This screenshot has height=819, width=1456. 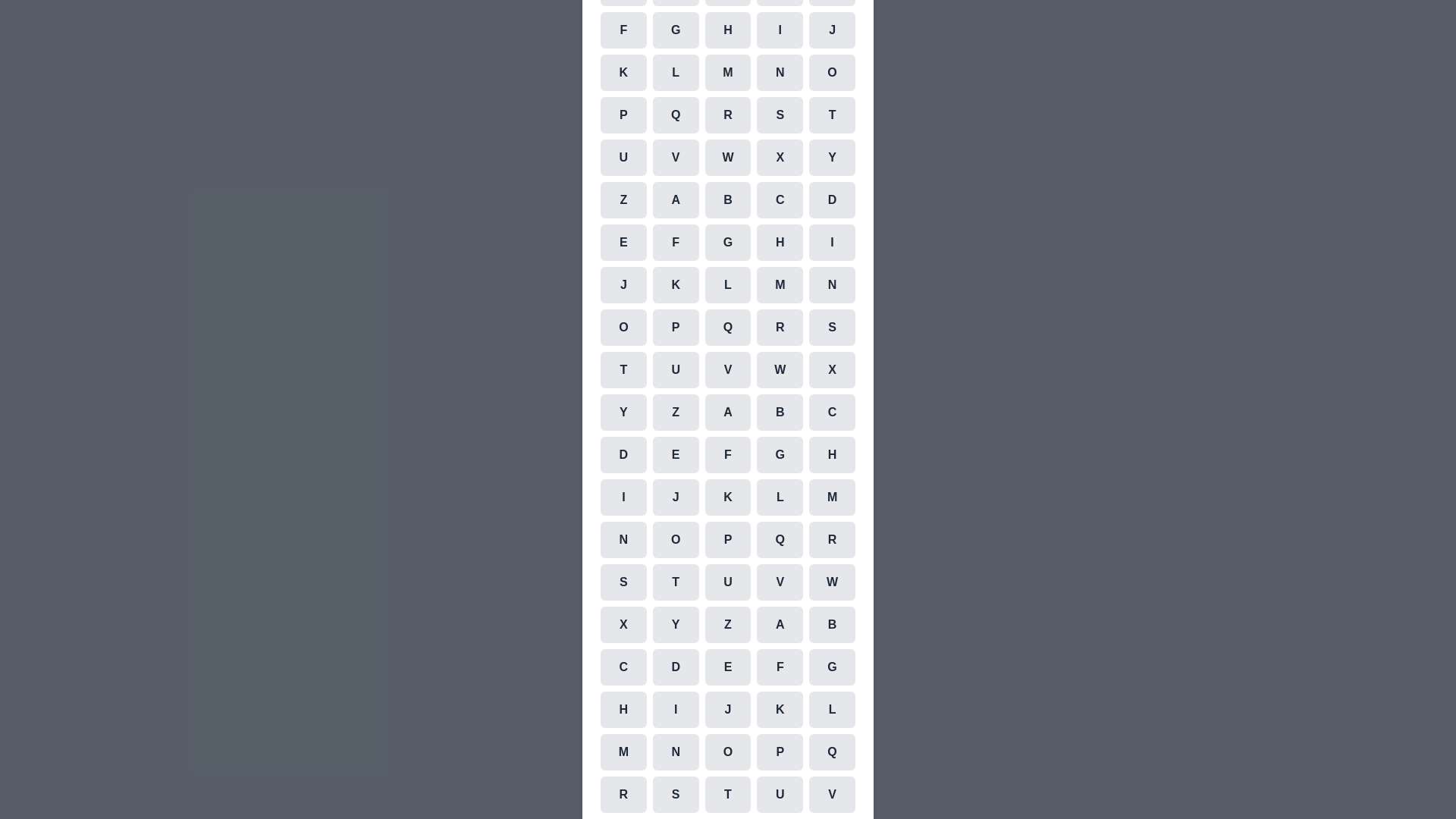 What do you see at coordinates (728, 30) in the screenshot?
I see `the cell representing the character H` at bounding box center [728, 30].